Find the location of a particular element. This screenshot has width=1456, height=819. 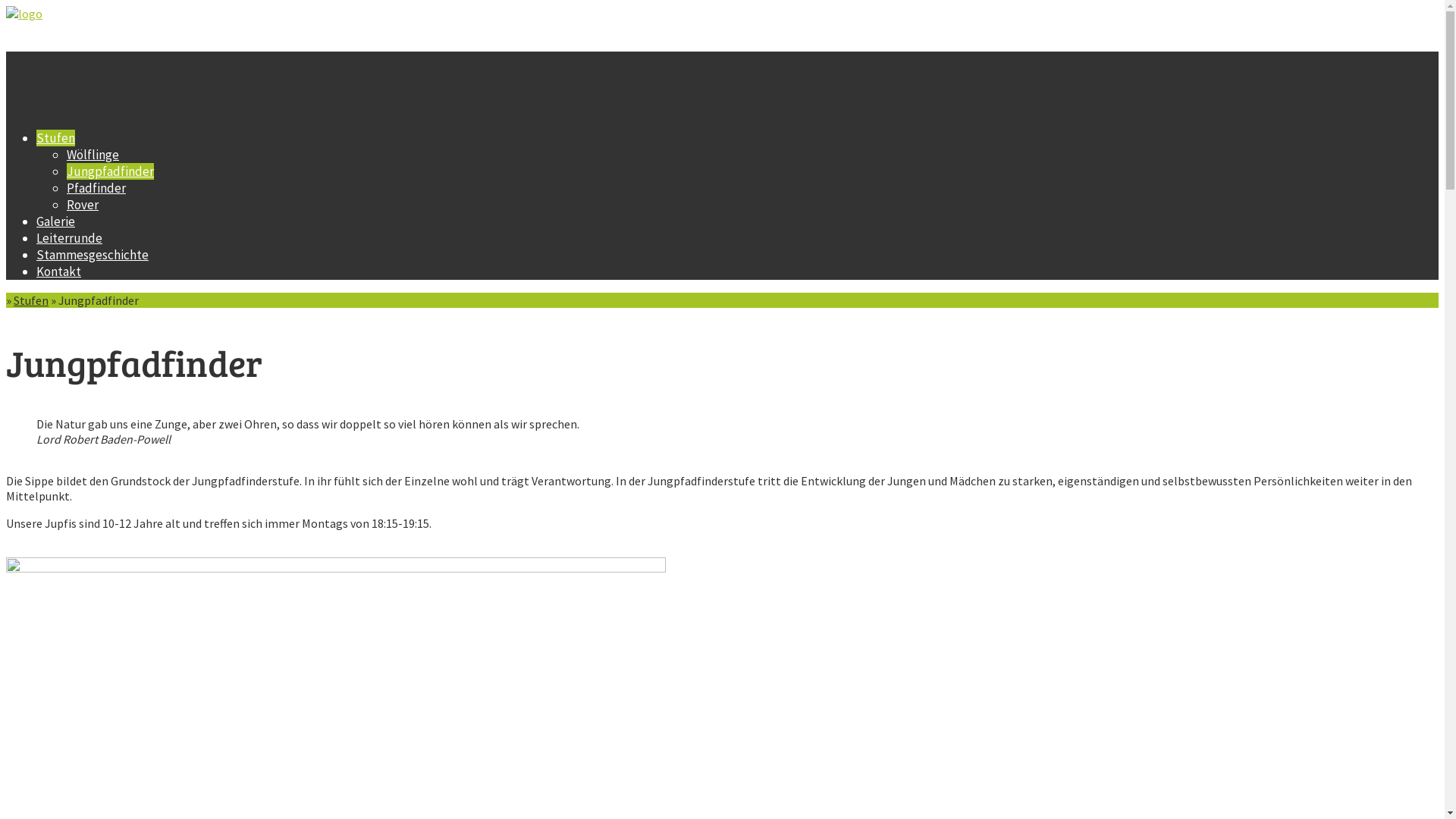

'Stufen' is located at coordinates (31, 300).